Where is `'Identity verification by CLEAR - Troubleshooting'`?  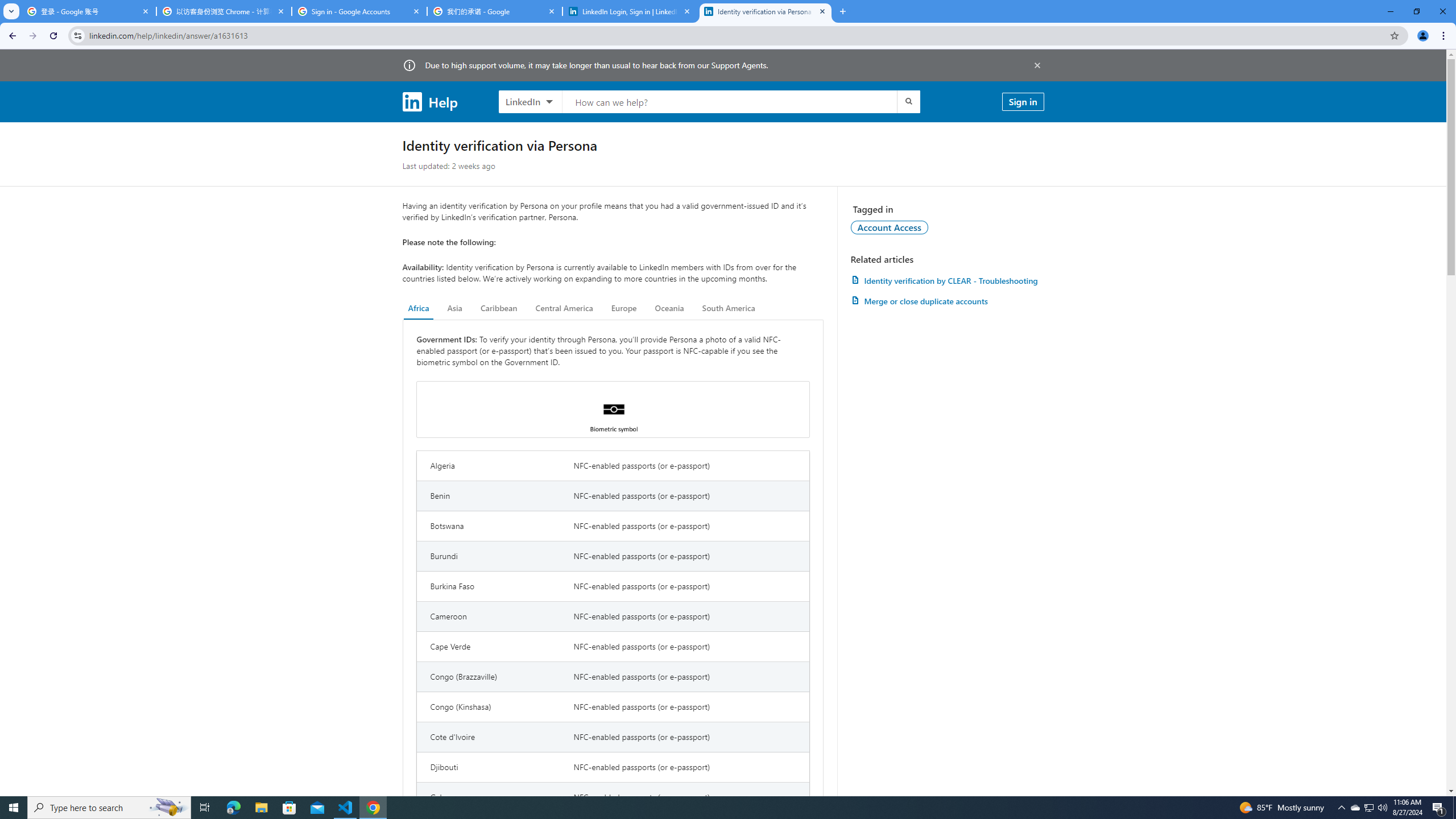 'Identity verification by CLEAR - Troubleshooting' is located at coordinates (946, 280).